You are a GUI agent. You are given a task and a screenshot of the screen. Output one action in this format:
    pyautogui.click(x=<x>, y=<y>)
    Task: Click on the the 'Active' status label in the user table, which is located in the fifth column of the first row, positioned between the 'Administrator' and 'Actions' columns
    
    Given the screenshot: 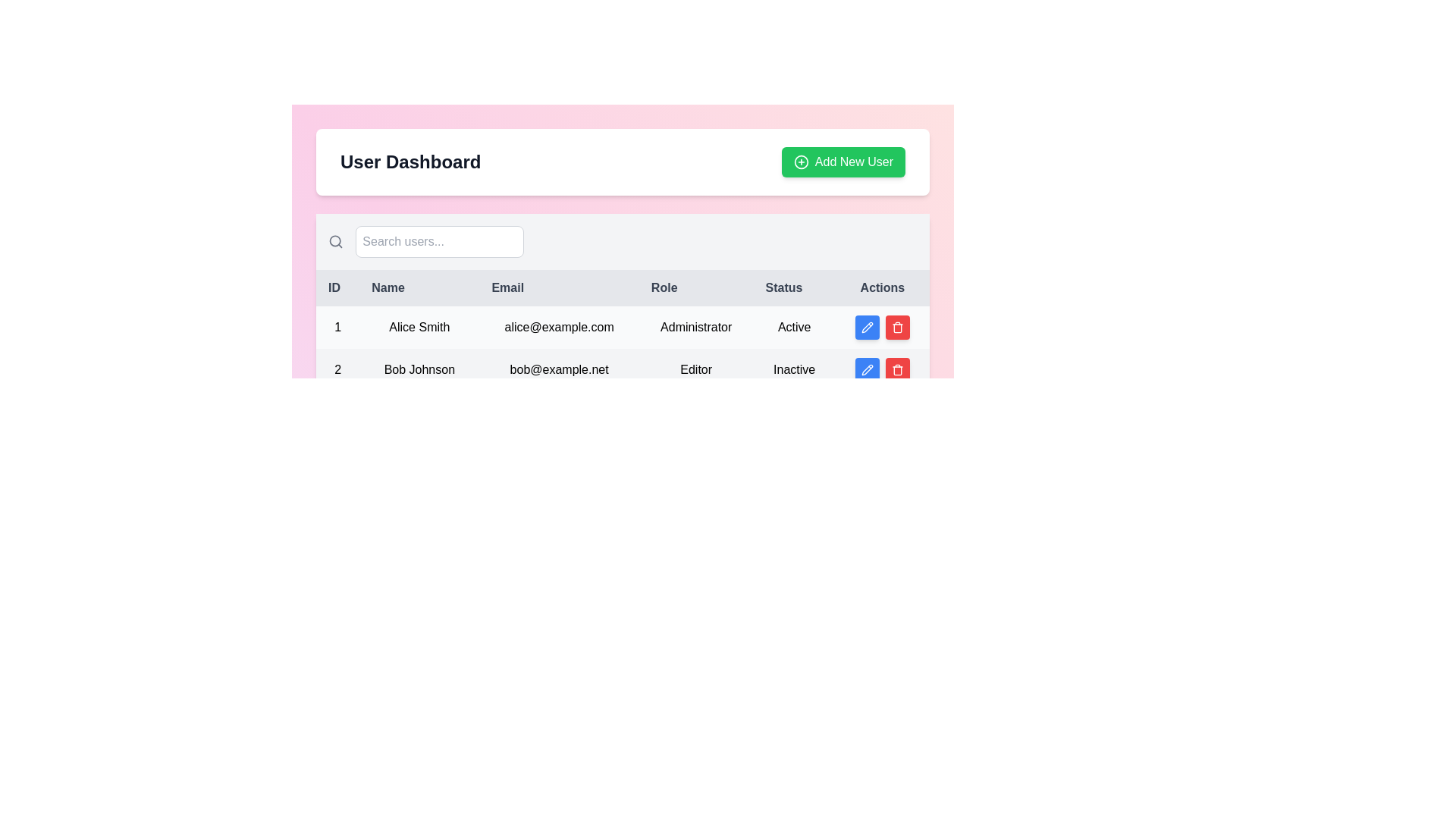 What is the action you would take?
    pyautogui.click(x=793, y=327)
    